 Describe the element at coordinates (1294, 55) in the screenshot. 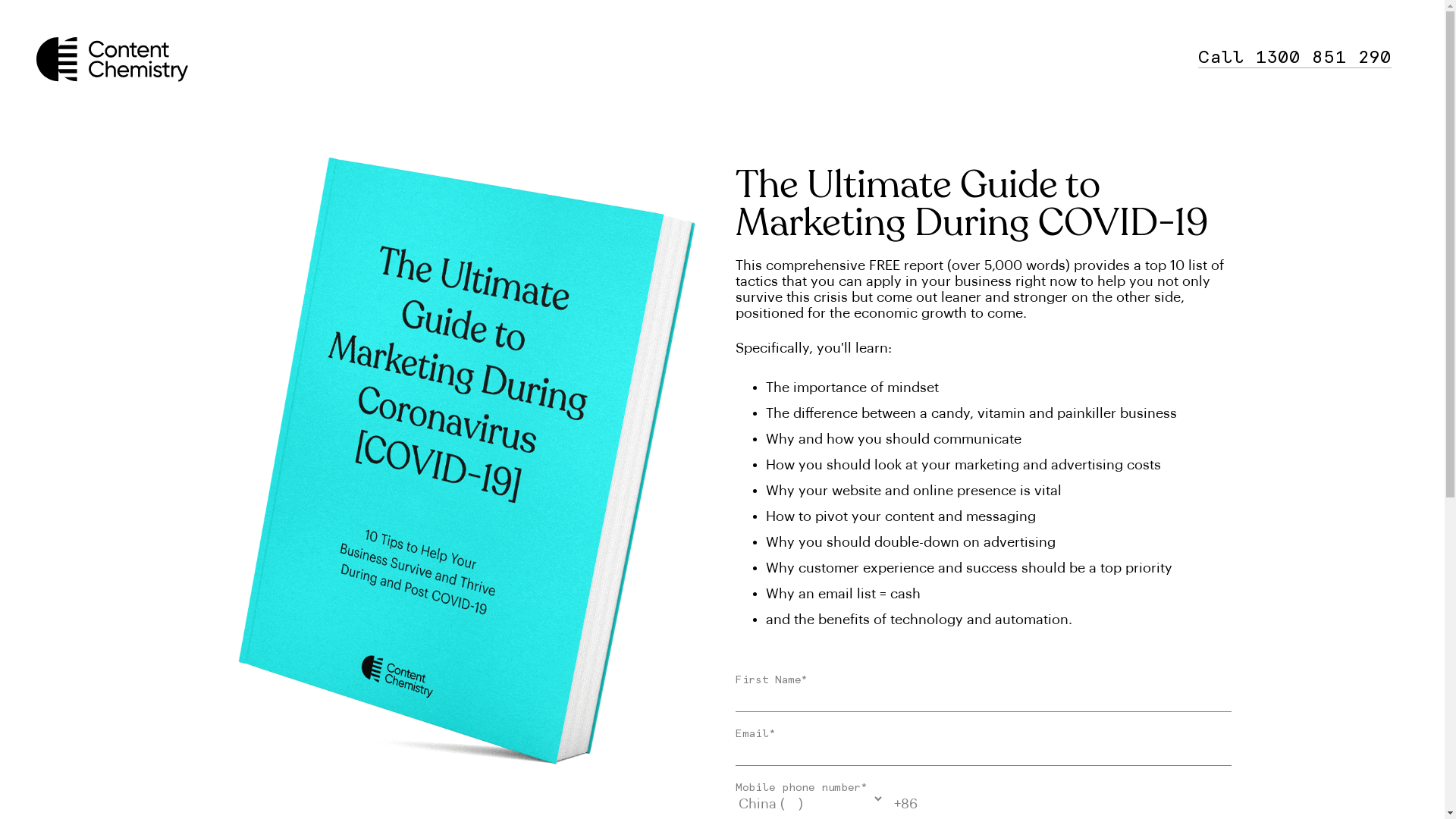

I see `'Call 1300 851 290'` at that location.